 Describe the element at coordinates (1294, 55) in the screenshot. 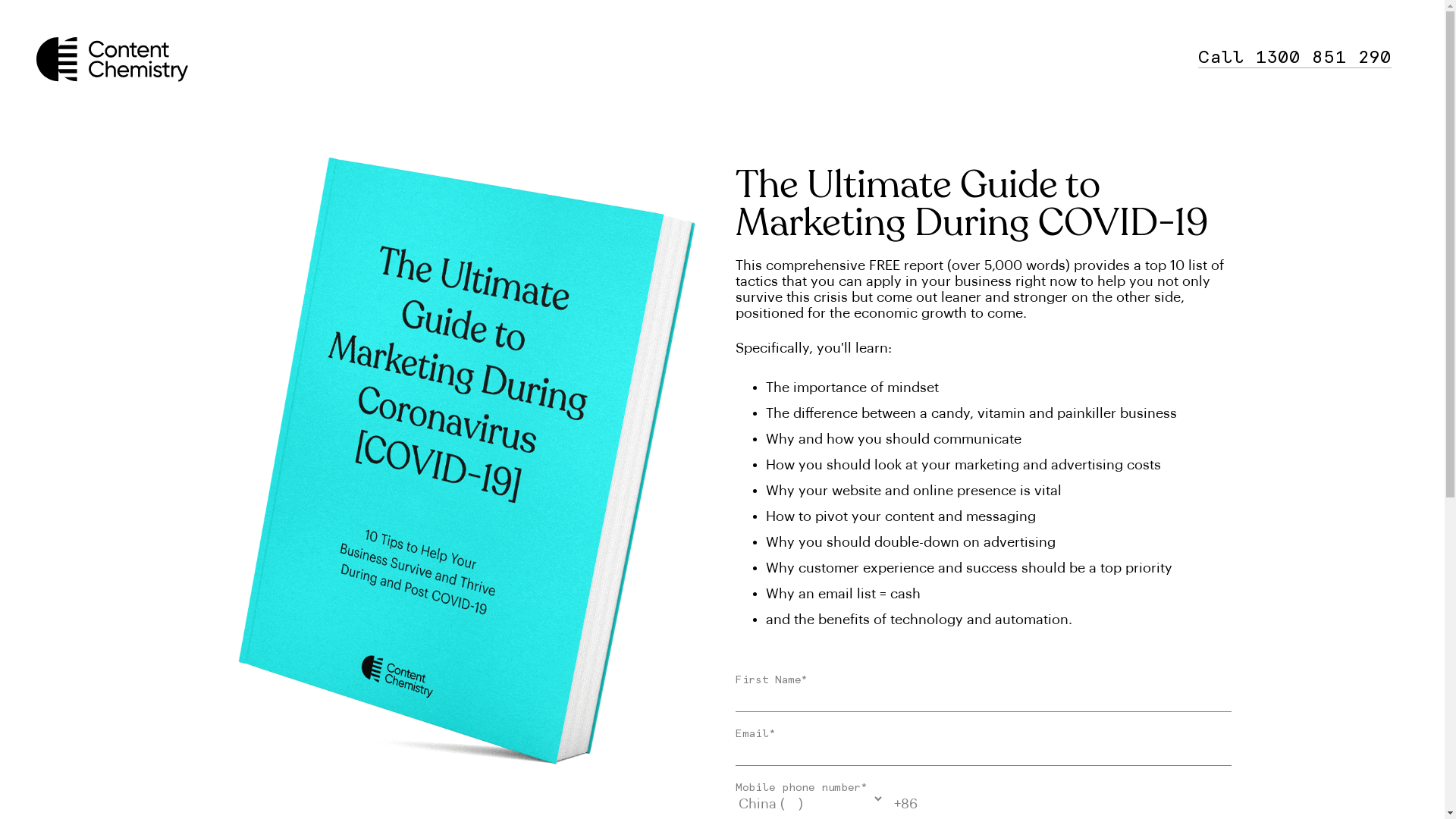

I see `'Call 1300 851 290'` at that location.